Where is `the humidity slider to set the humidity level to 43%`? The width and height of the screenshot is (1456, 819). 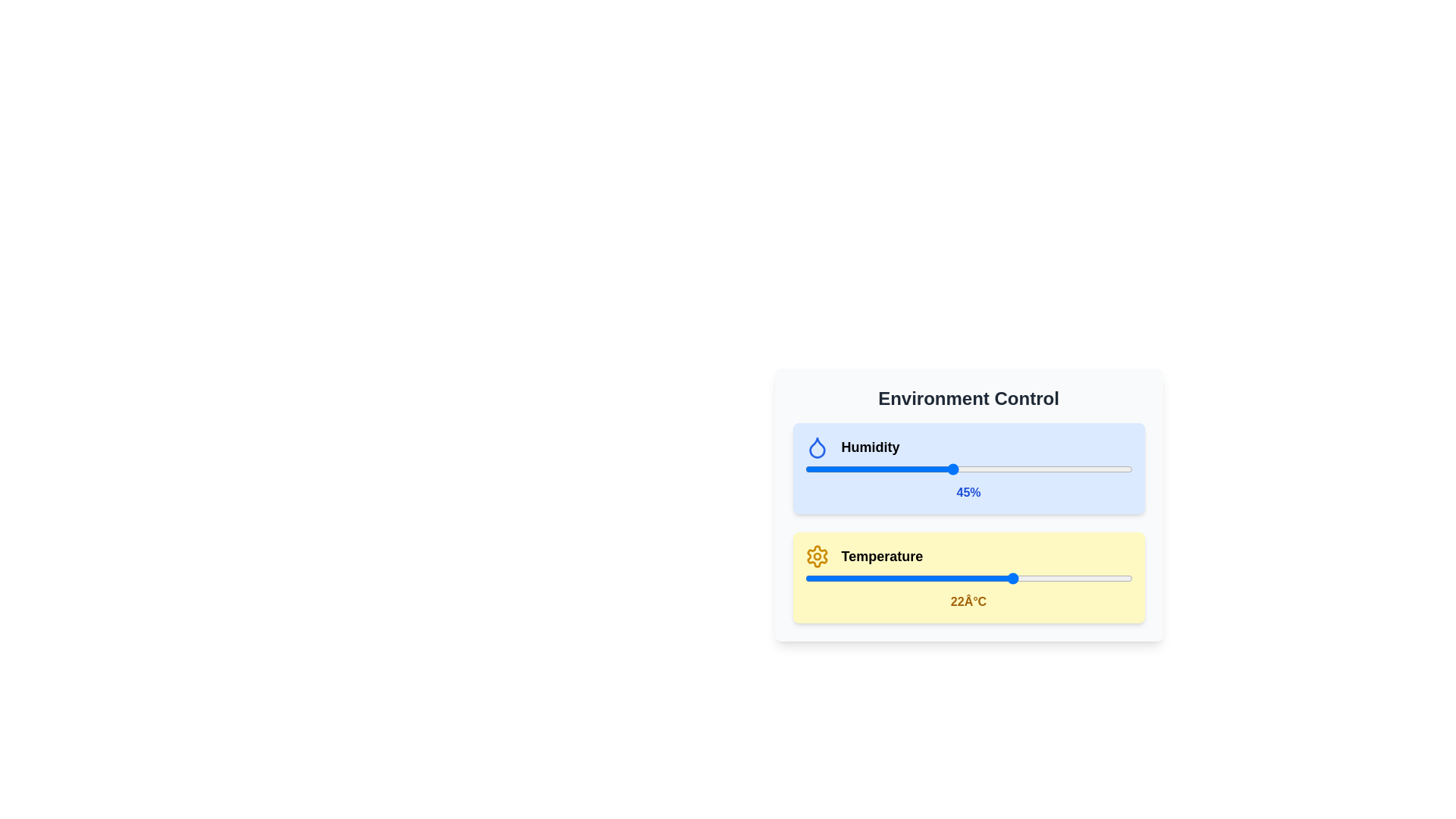 the humidity slider to set the humidity level to 43% is located at coordinates (945, 468).